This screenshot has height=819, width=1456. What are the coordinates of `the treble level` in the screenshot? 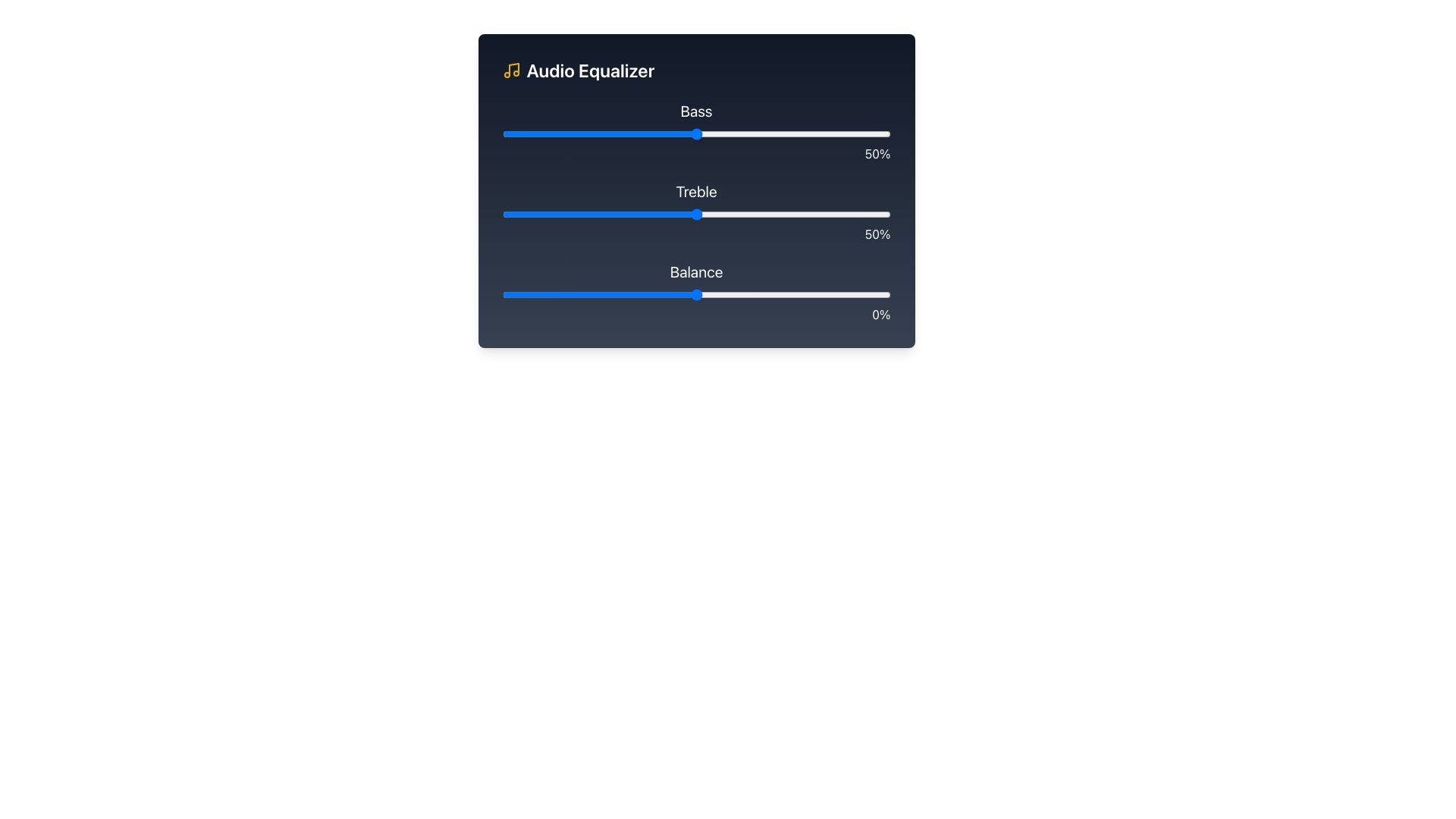 It's located at (560, 214).